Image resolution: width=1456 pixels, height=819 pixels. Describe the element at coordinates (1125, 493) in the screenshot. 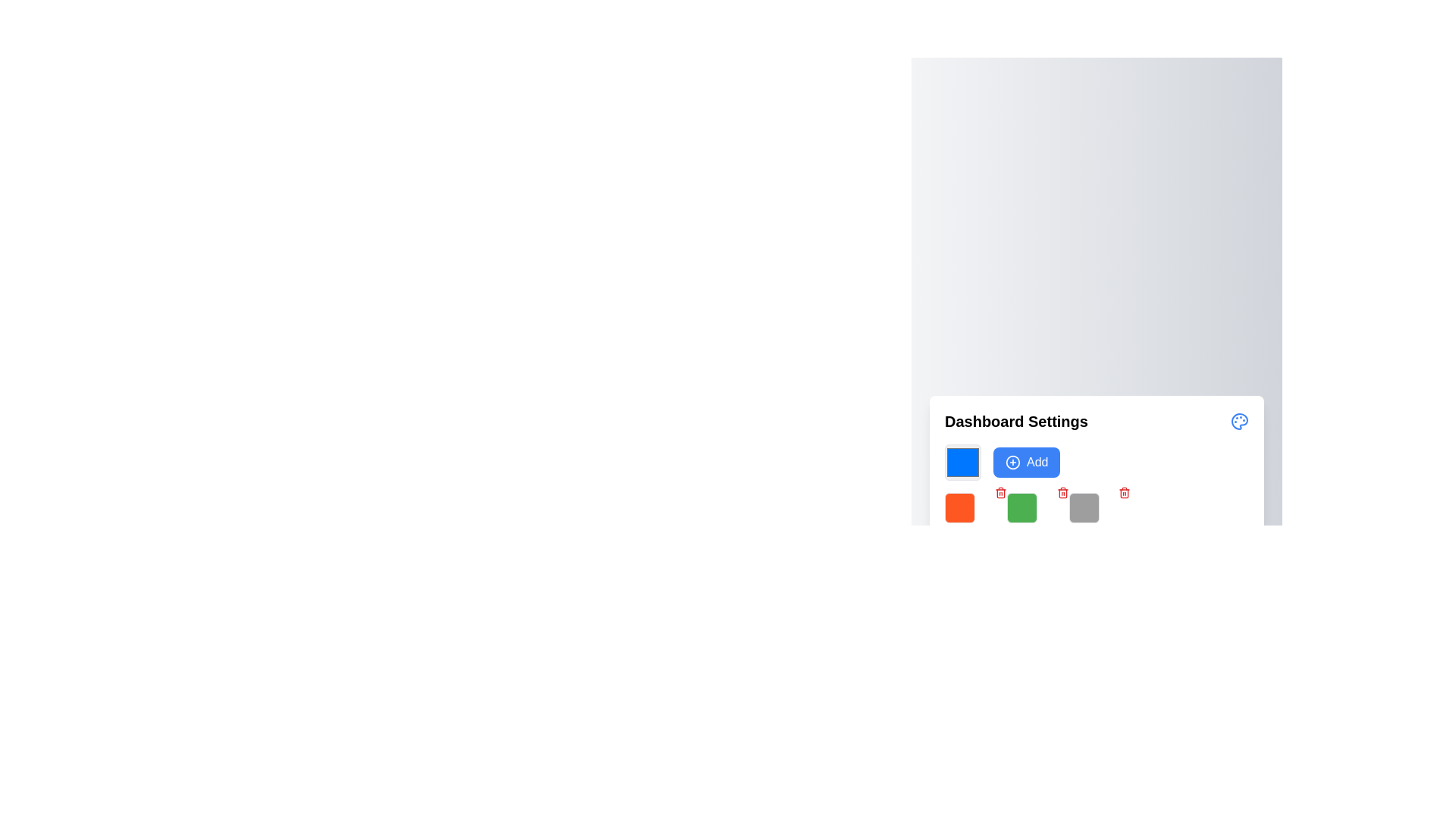

I see `the delete button with a trash can icon located in the top right corner of the gray square within the dashboard settings section` at that location.